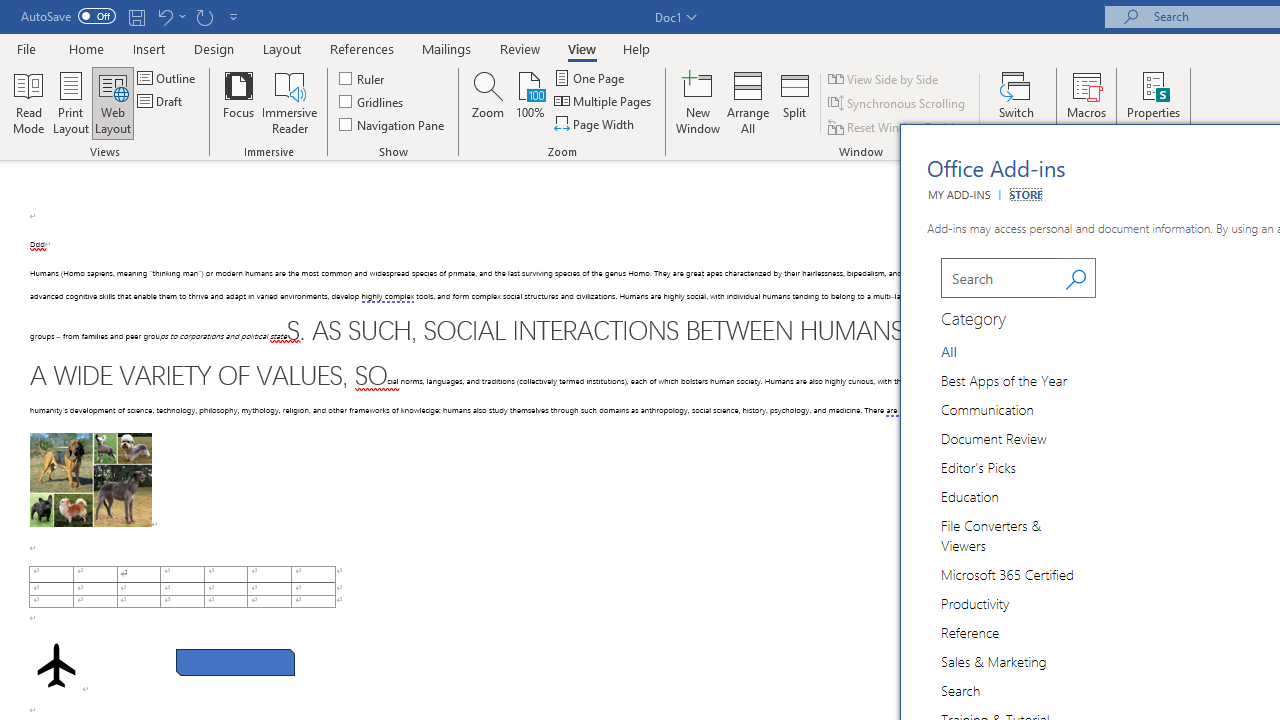  I want to click on 'One Page', so click(589, 77).